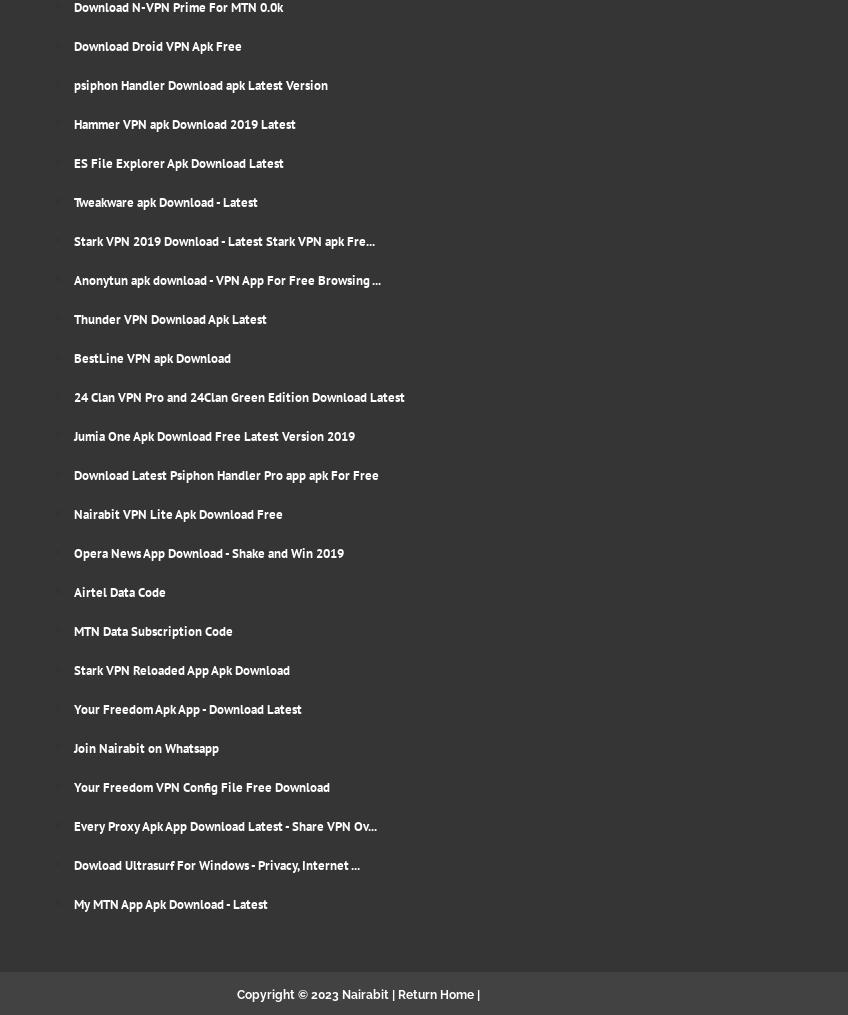 Image resolution: width=848 pixels, height=1015 pixels. What do you see at coordinates (224, 825) in the screenshot?
I see `'Every Proxy Apk App Download Latest - Share VPN Ov...'` at bounding box center [224, 825].